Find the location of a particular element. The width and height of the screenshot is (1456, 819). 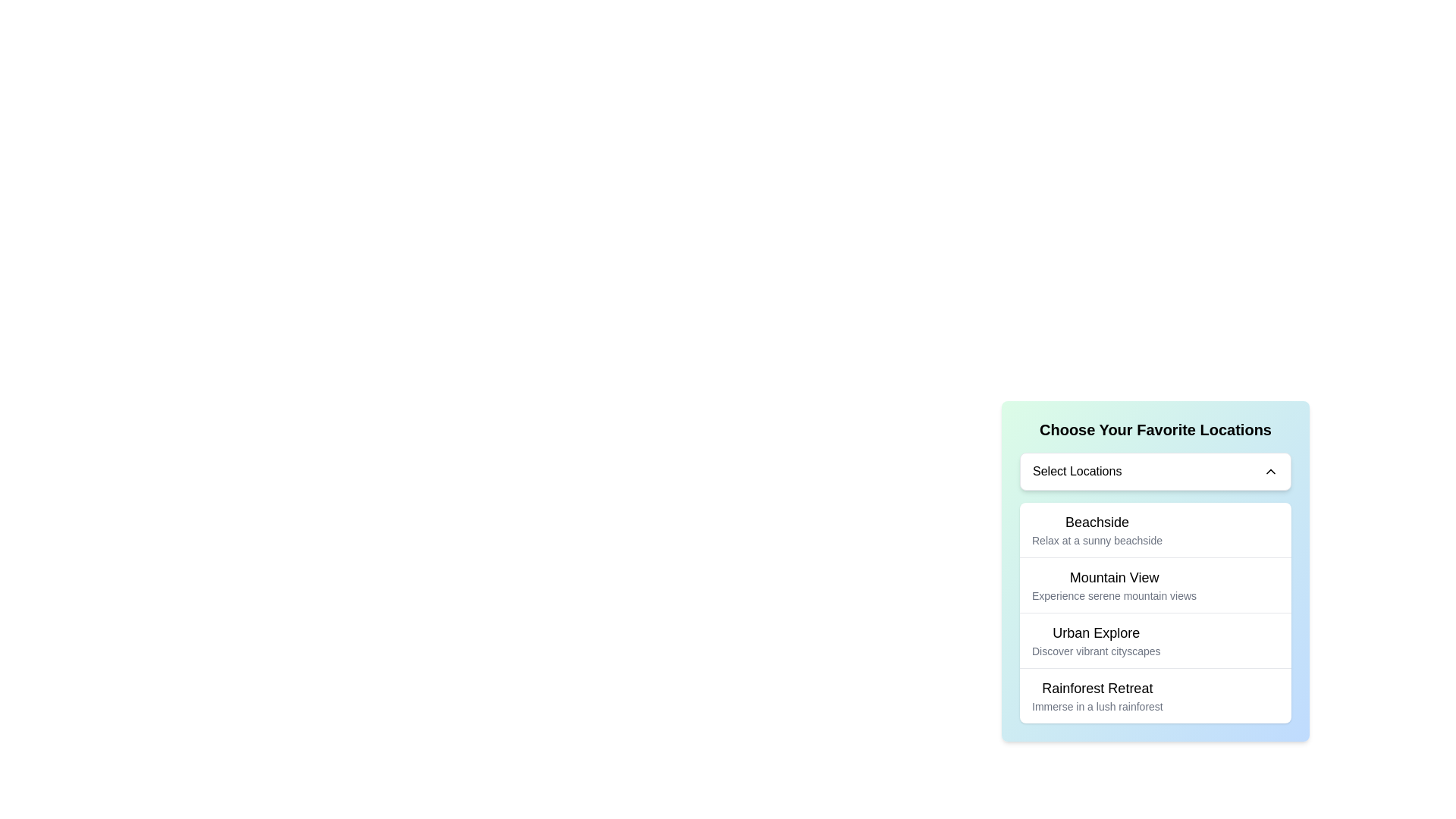

the 'Mountain View' text header, which is the second item in the list under 'Choose Your Favorite Locations', displayed in a larger, bold font is located at coordinates (1114, 578).